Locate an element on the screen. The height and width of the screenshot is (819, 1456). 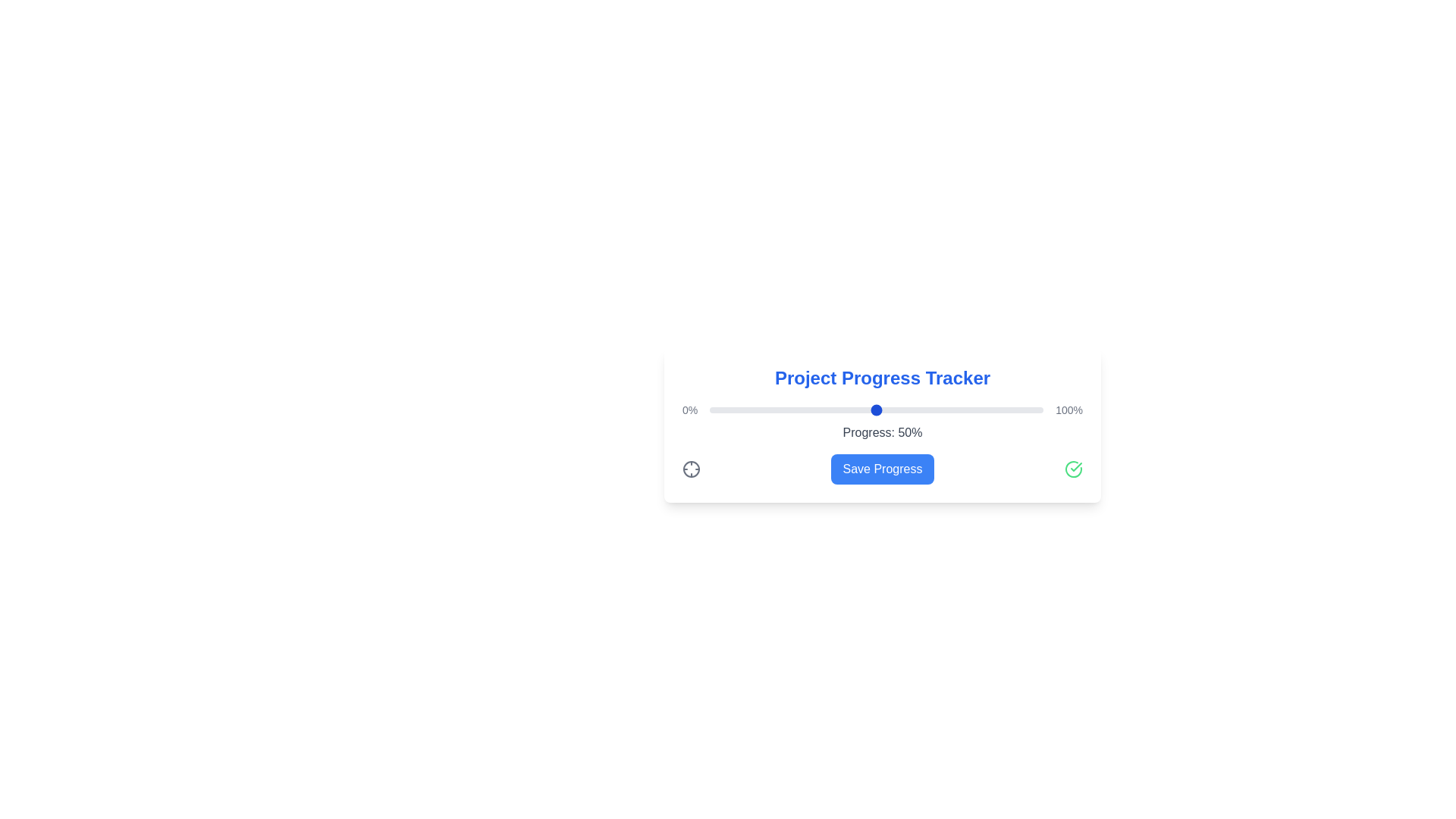
the slider to set the progress value to 60 is located at coordinates (910, 409).